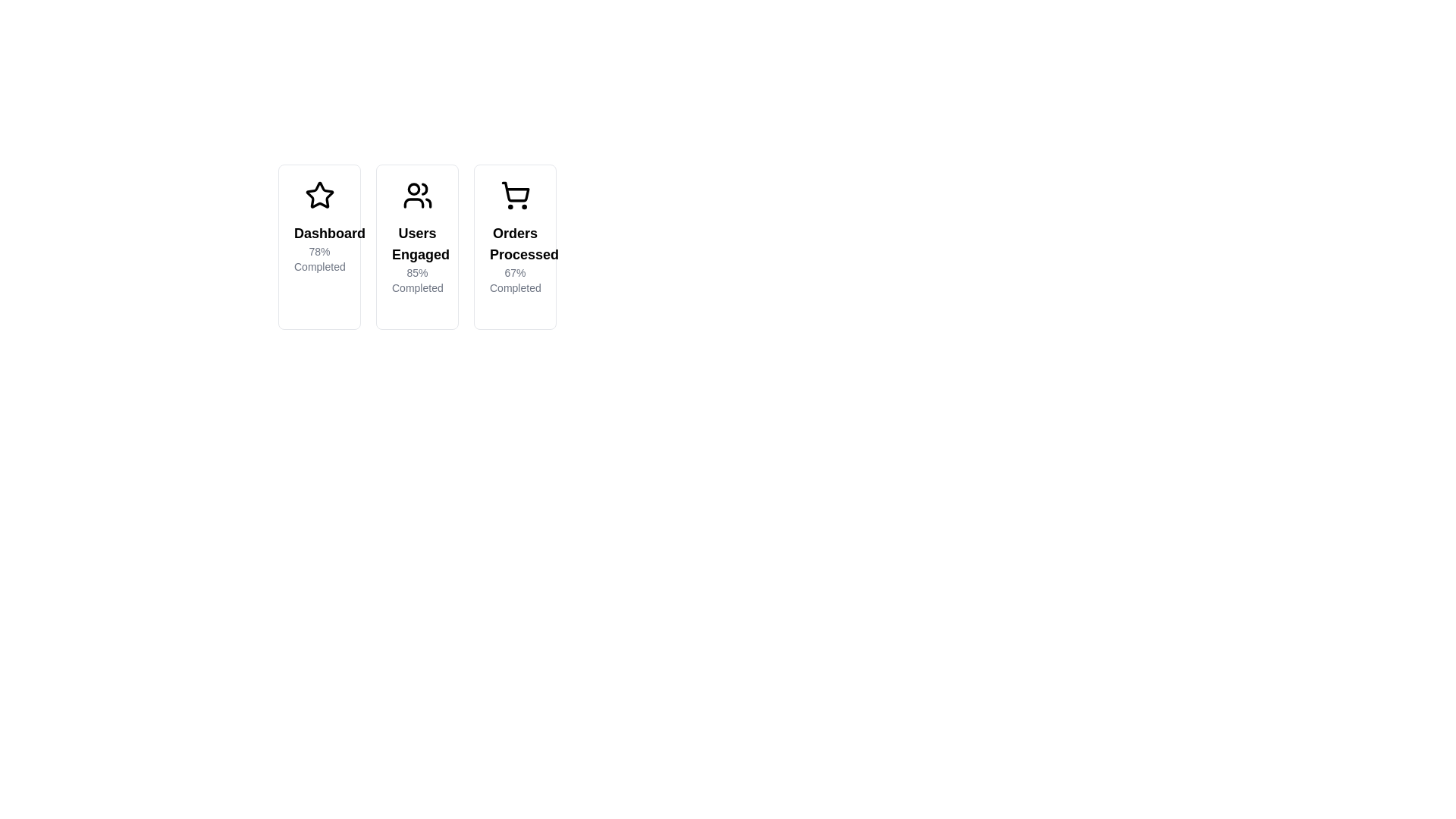 The width and height of the screenshot is (1456, 819). I want to click on the text element that conveys a progress update of 78% completion, located in the first card of a row of three, just below a star icon, so click(318, 247).